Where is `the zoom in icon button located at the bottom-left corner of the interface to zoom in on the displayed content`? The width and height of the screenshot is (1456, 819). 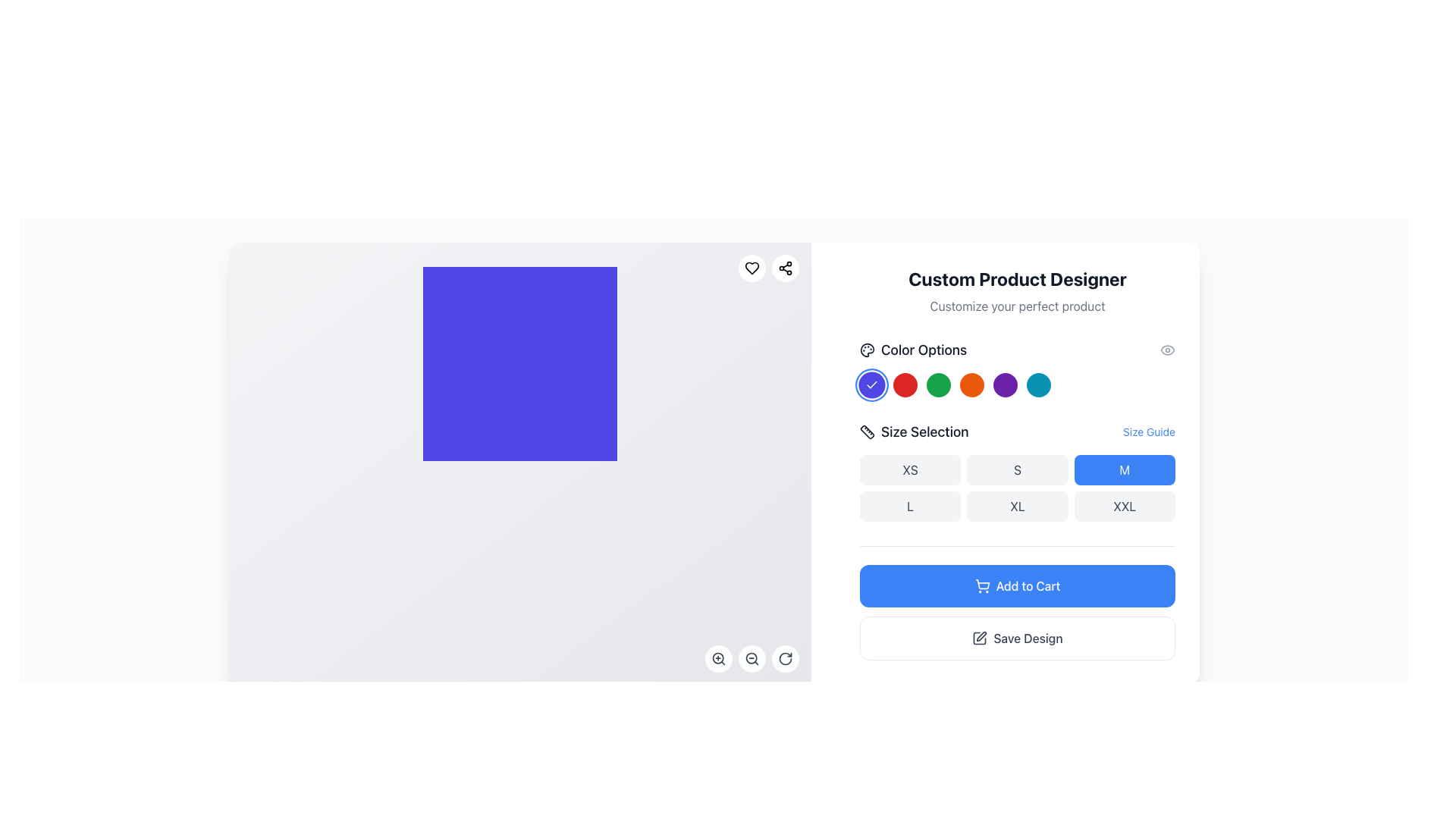
the zoom in icon button located at the bottom-left corner of the interface to zoom in on the displayed content is located at coordinates (718, 657).